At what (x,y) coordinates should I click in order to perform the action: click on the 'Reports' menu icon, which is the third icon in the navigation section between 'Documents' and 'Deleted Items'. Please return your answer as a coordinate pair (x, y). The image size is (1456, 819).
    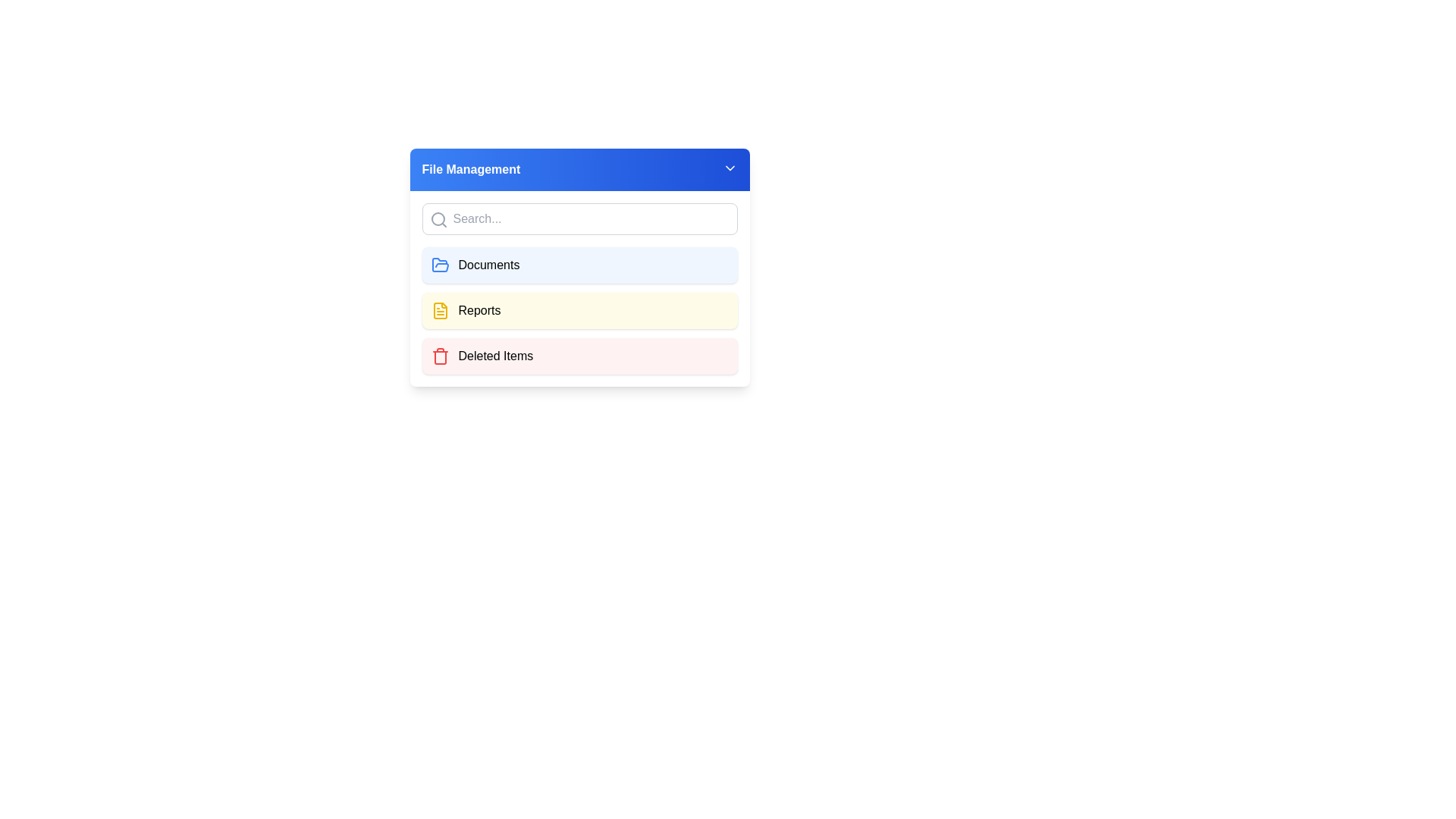
    Looking at the image, I should click on (439, 309).